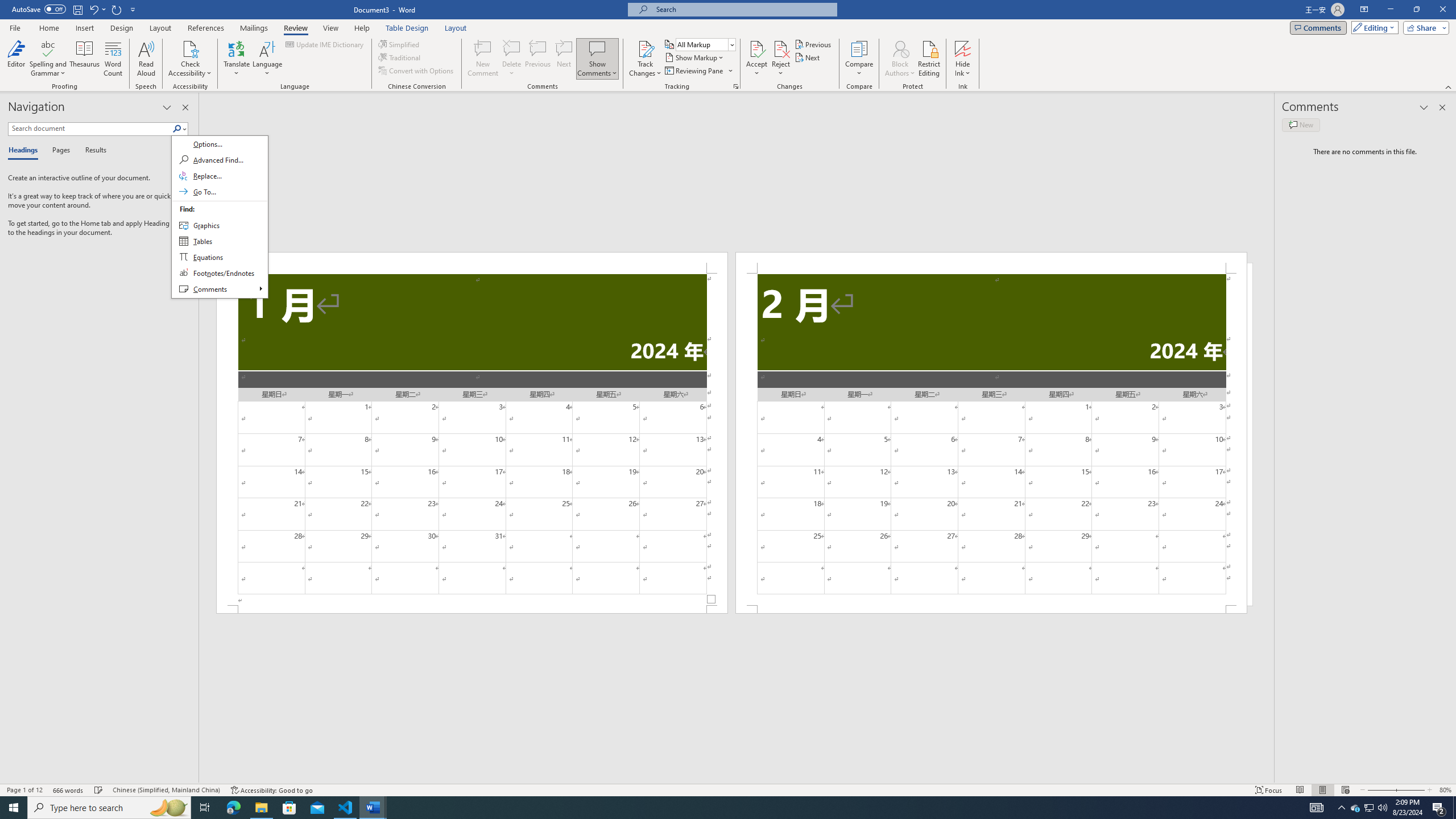 Image resolution: width=1456 pixels, height=819 pixels. I want to click on 'Read Aloud', so click(146, 59).